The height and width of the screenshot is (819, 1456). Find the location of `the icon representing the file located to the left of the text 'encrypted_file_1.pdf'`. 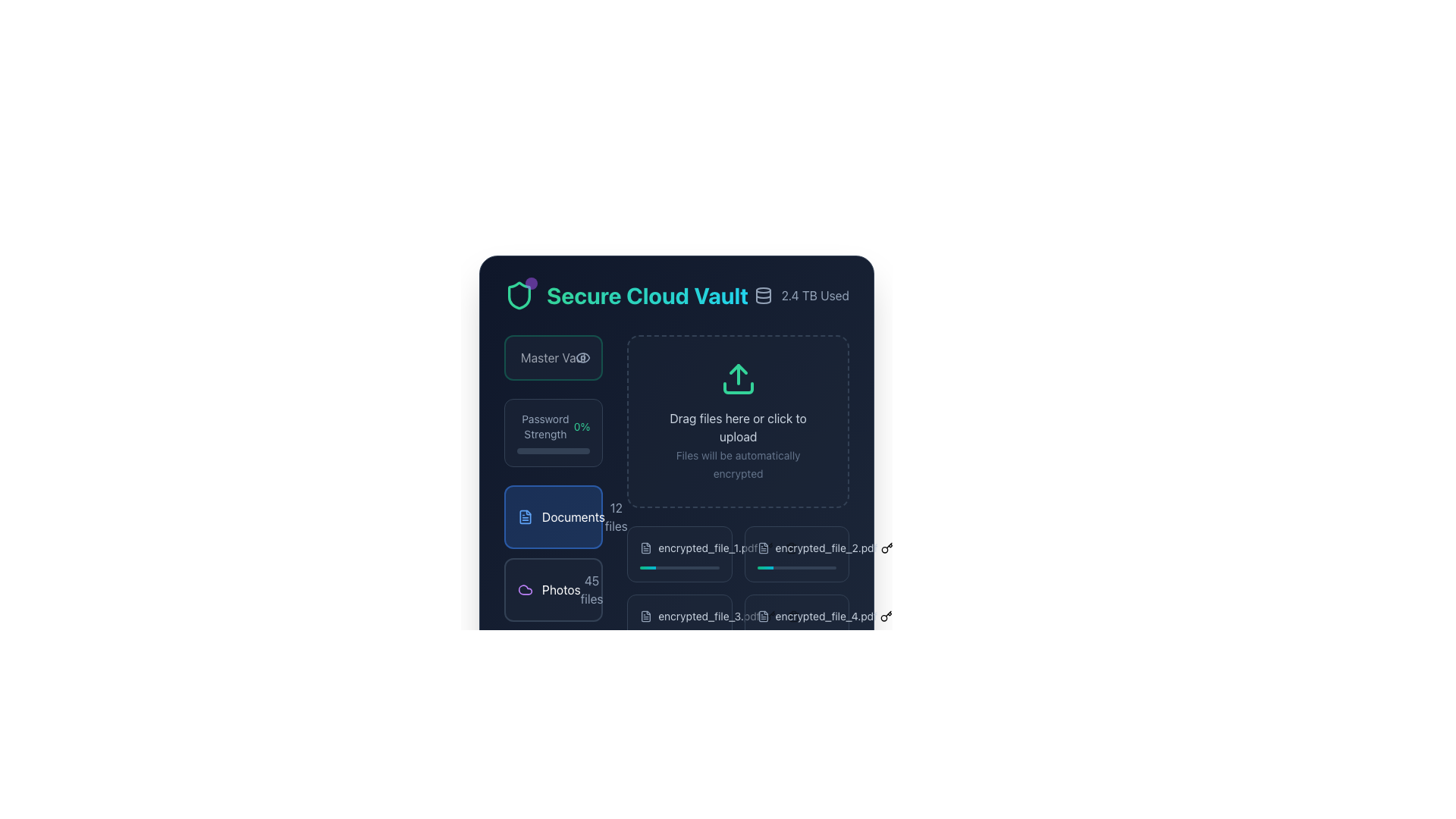

the icon representing the file located to the left of the text 'encrypted_file_1.pdf' is located at coordinates (646, 548).